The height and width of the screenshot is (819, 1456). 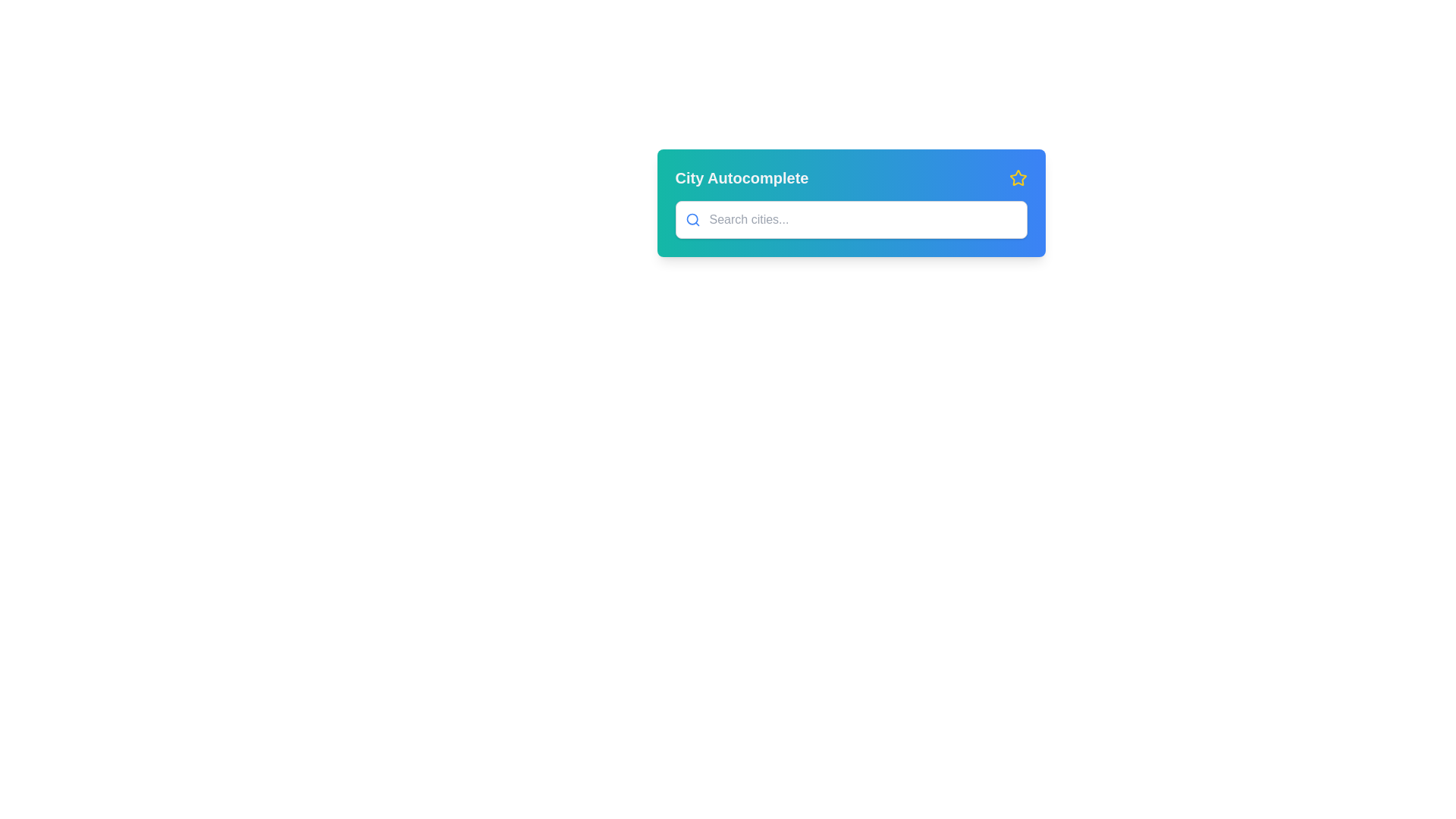 What do you see at coordinates (1018, 177) in the screenshot?
I see `the star-shaped icon with a yellow fill located in the top-right corner of the blue-gradient card labeled 'City Autocomplete'` at bounding box center [1018, 177].